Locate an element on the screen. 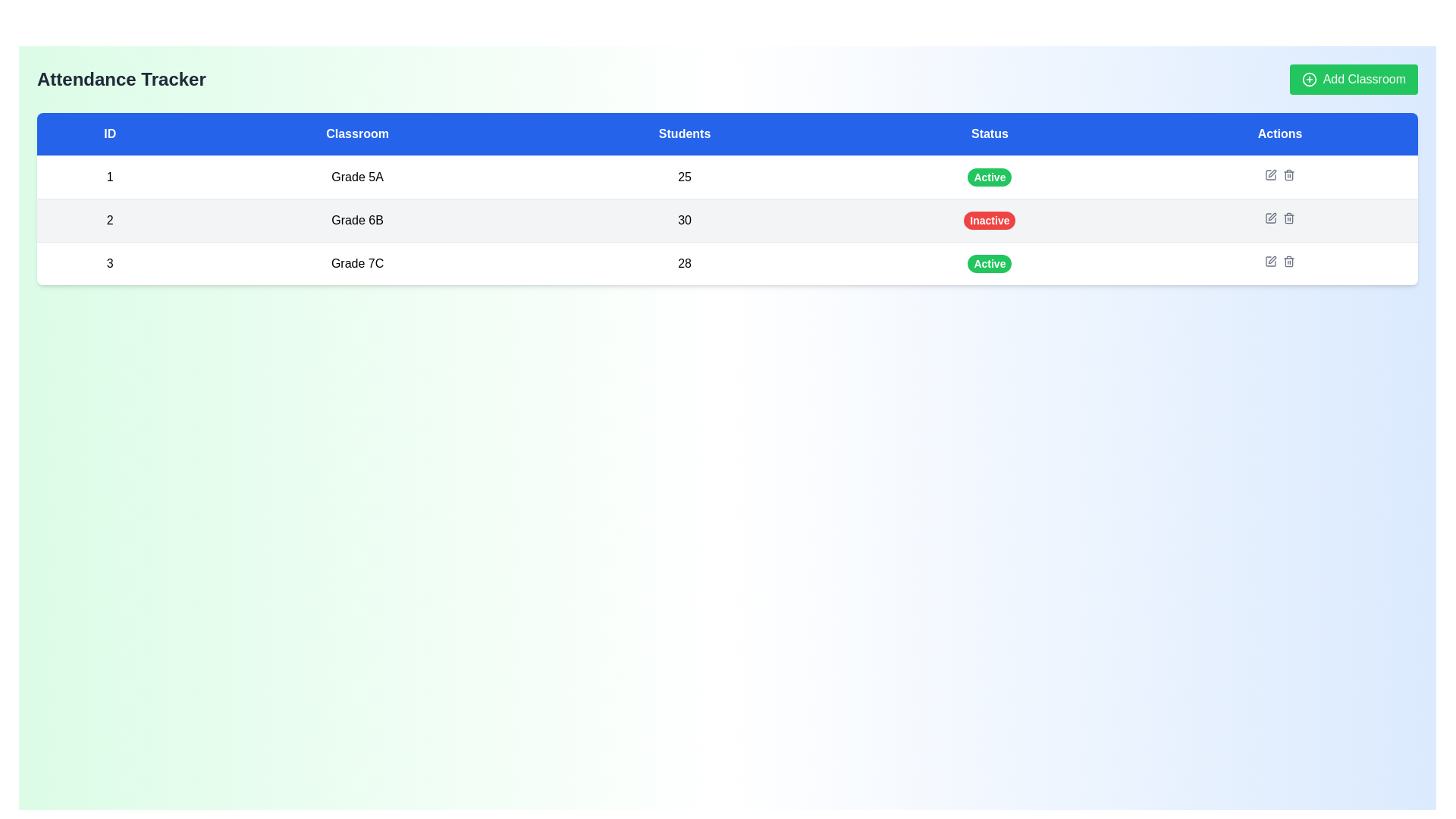  the Table Header element with a blue background and centered white text reading 'Classroom', which is the second column heading in the table is located at coordinates (356, 133).